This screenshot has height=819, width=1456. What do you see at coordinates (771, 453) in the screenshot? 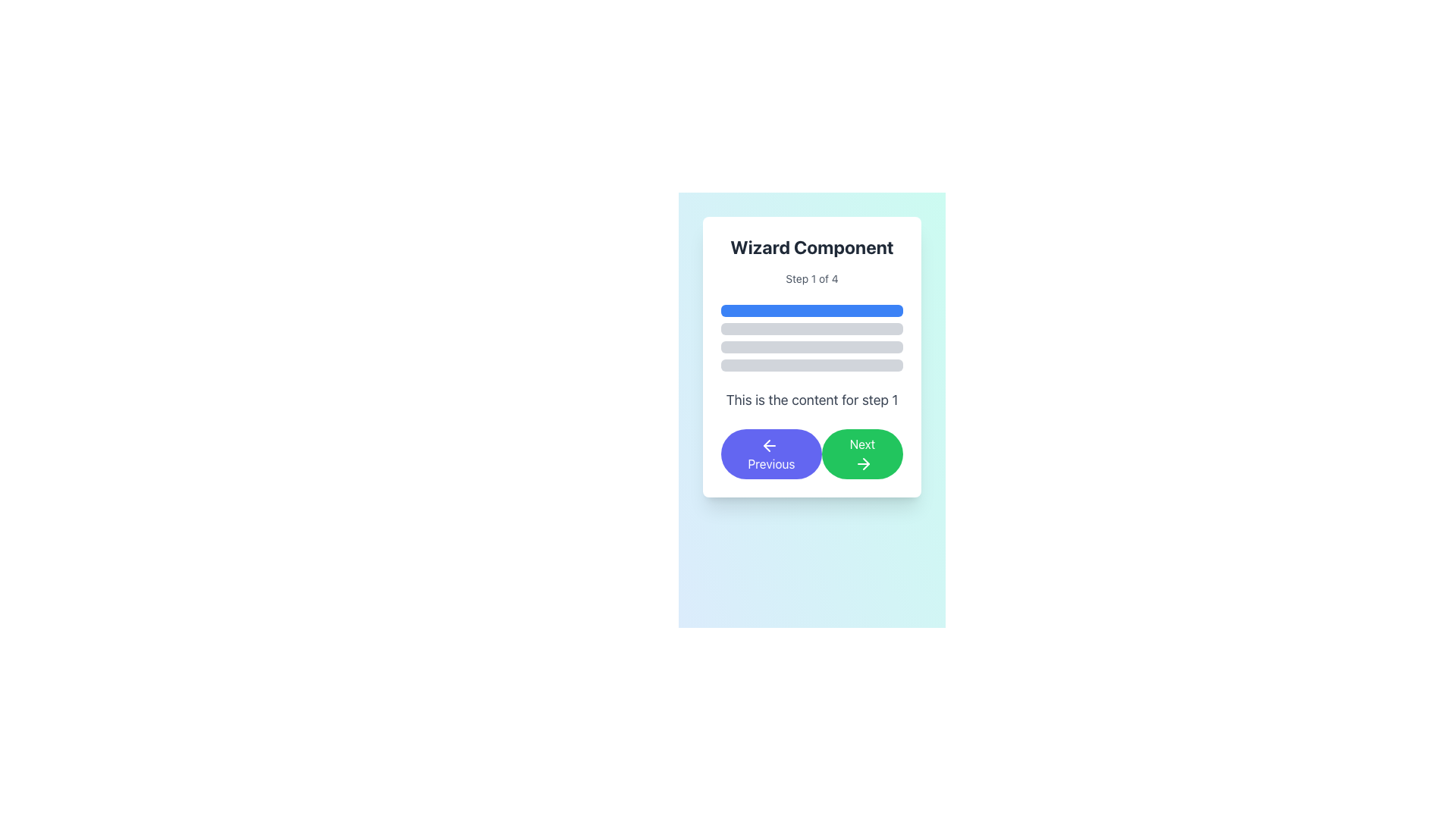
I see `the 'Previous' button with a rounded shape and purple background to change its background color to a darker purple` at bounding box center [771, 453].